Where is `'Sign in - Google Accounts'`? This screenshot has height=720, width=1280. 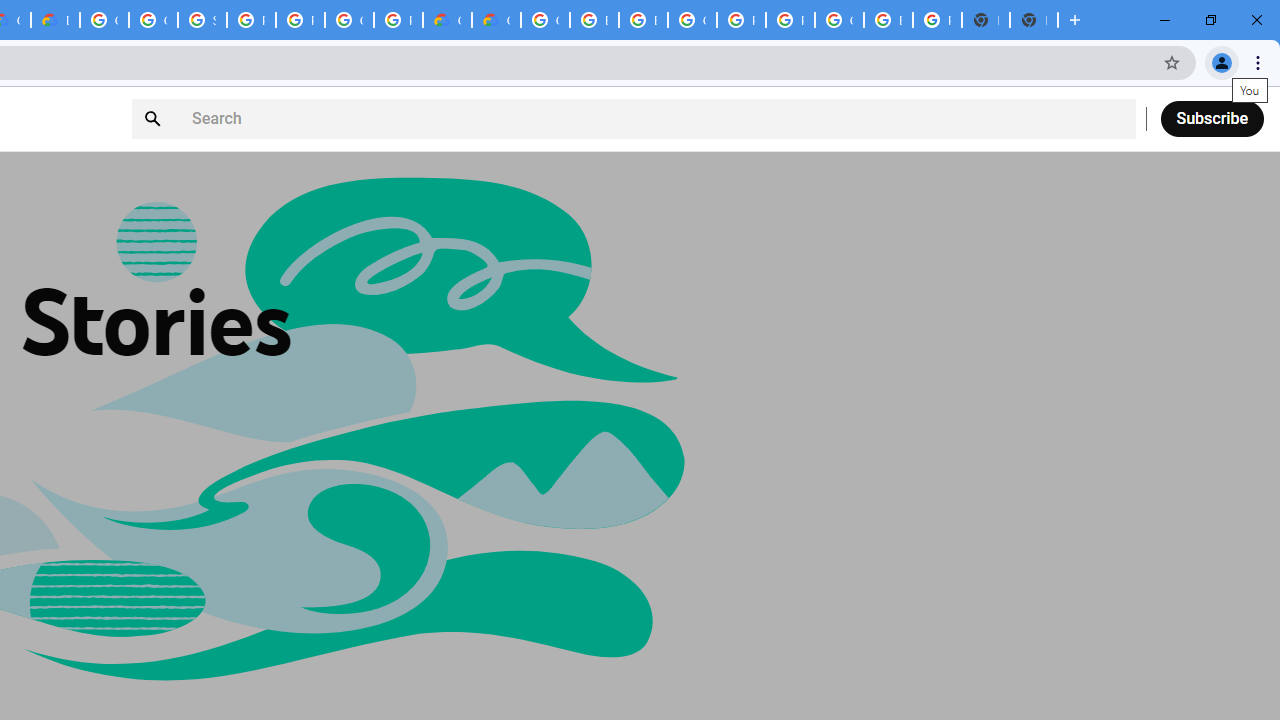
'Sign in - Google Accounts' is located at coordinates (202, 20).